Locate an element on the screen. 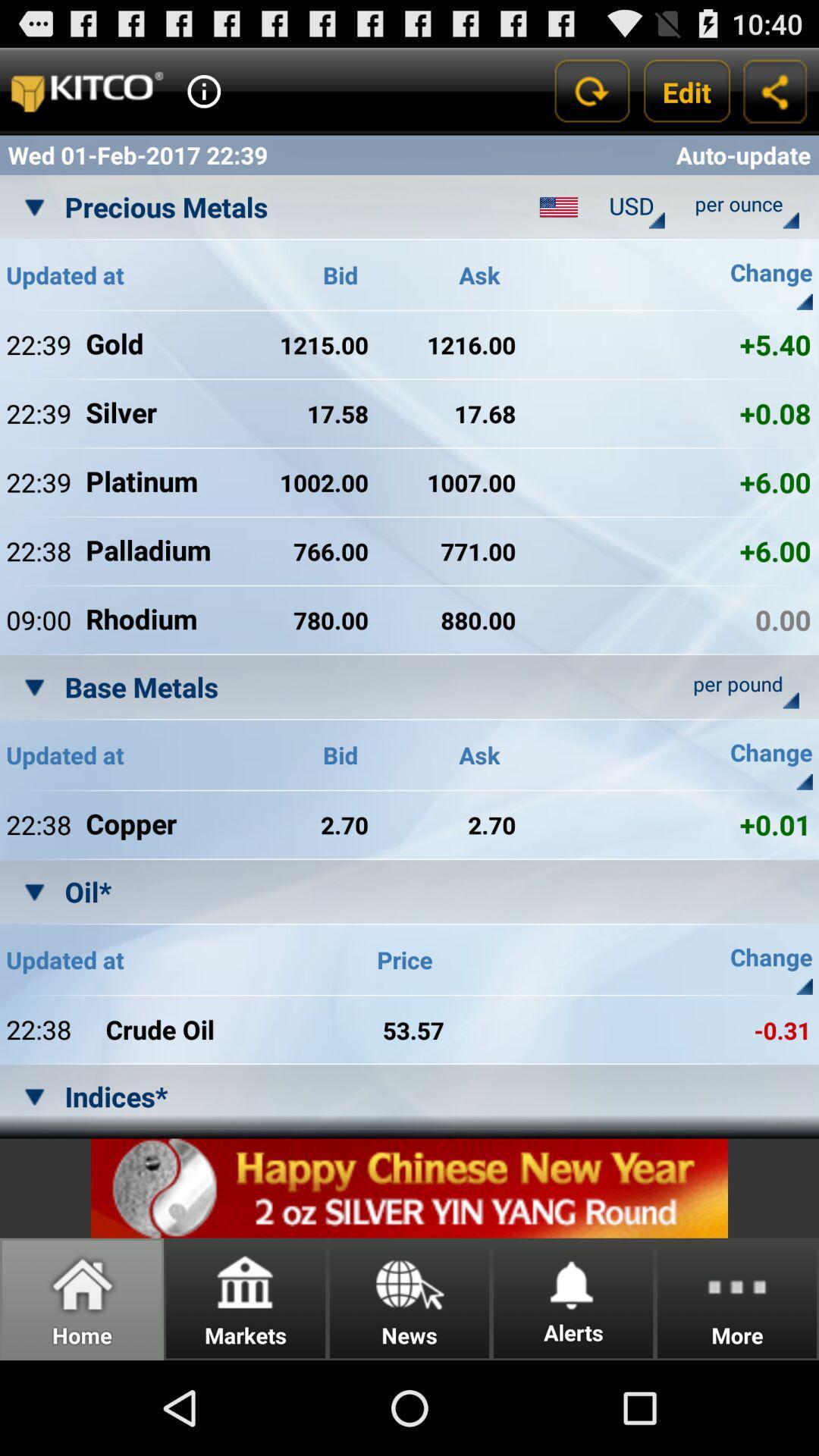  advertisement is located at coordinates (409, 1188).